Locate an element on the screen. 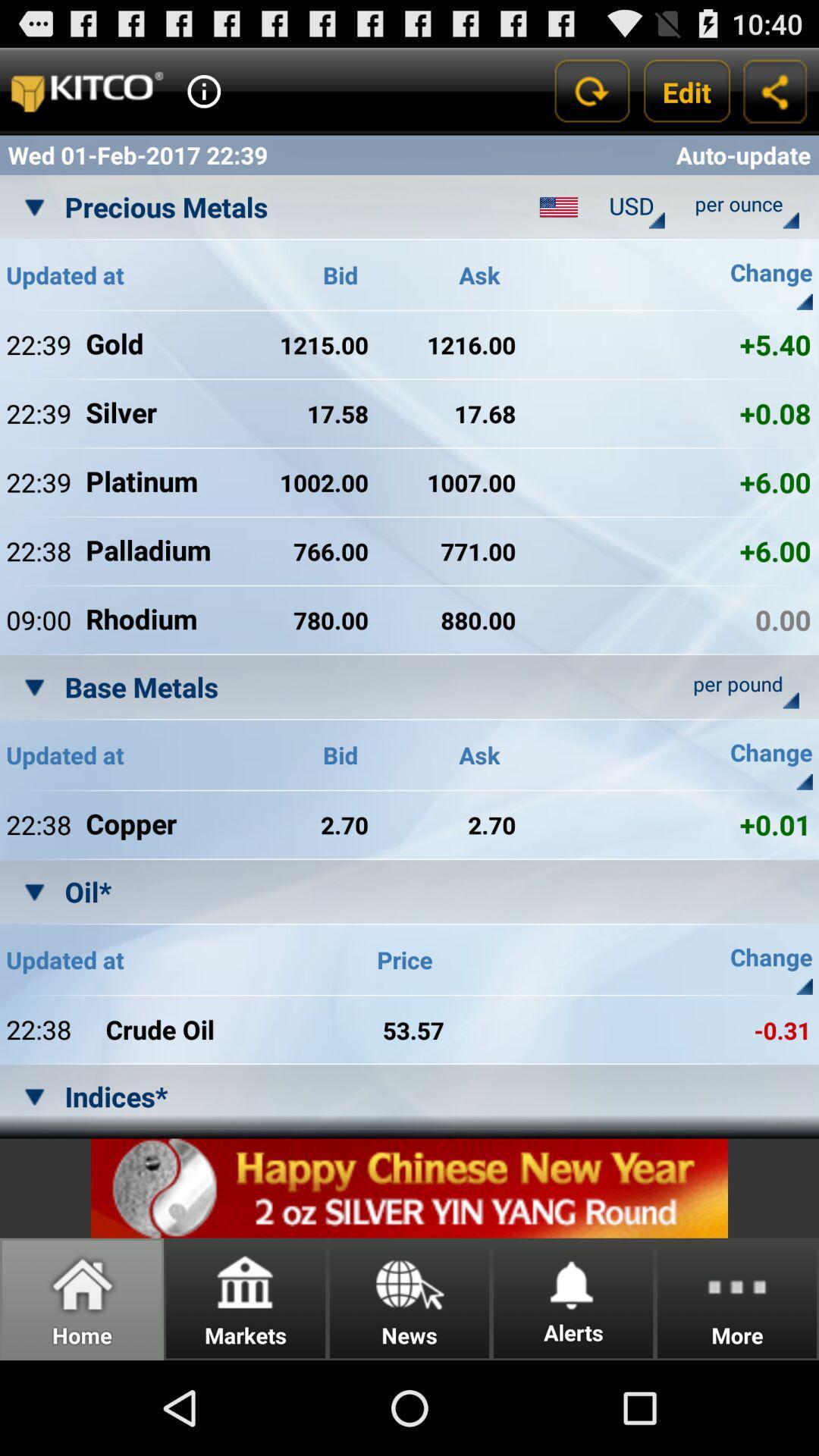  advertisement is located at coordinates (409, 1188).